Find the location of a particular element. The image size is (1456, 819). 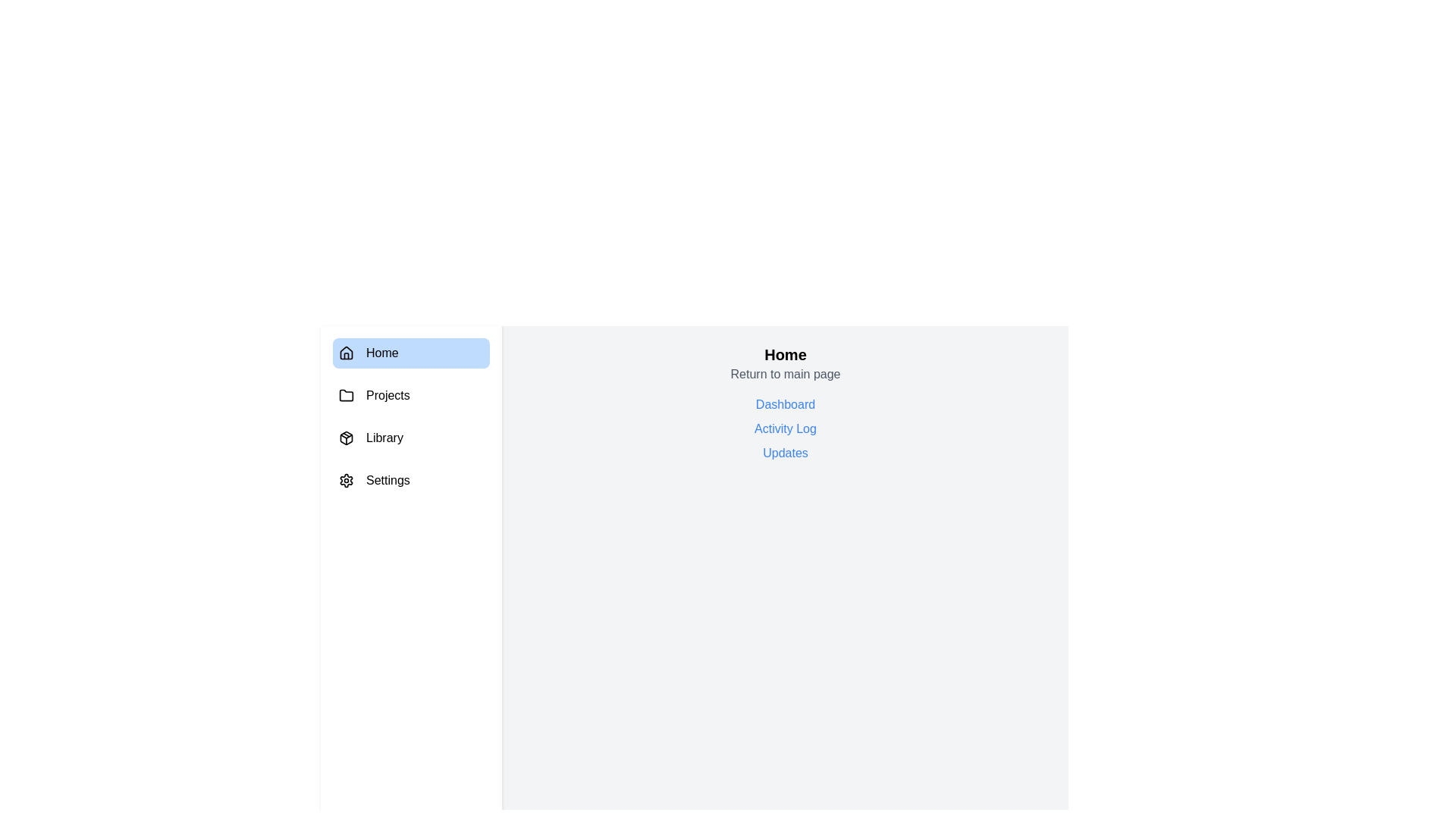

the house icon that is part of the 'Home' menu item, located on the top-left corner of the menu section, which is highlighted in blue is located at coordinates (345, 353).